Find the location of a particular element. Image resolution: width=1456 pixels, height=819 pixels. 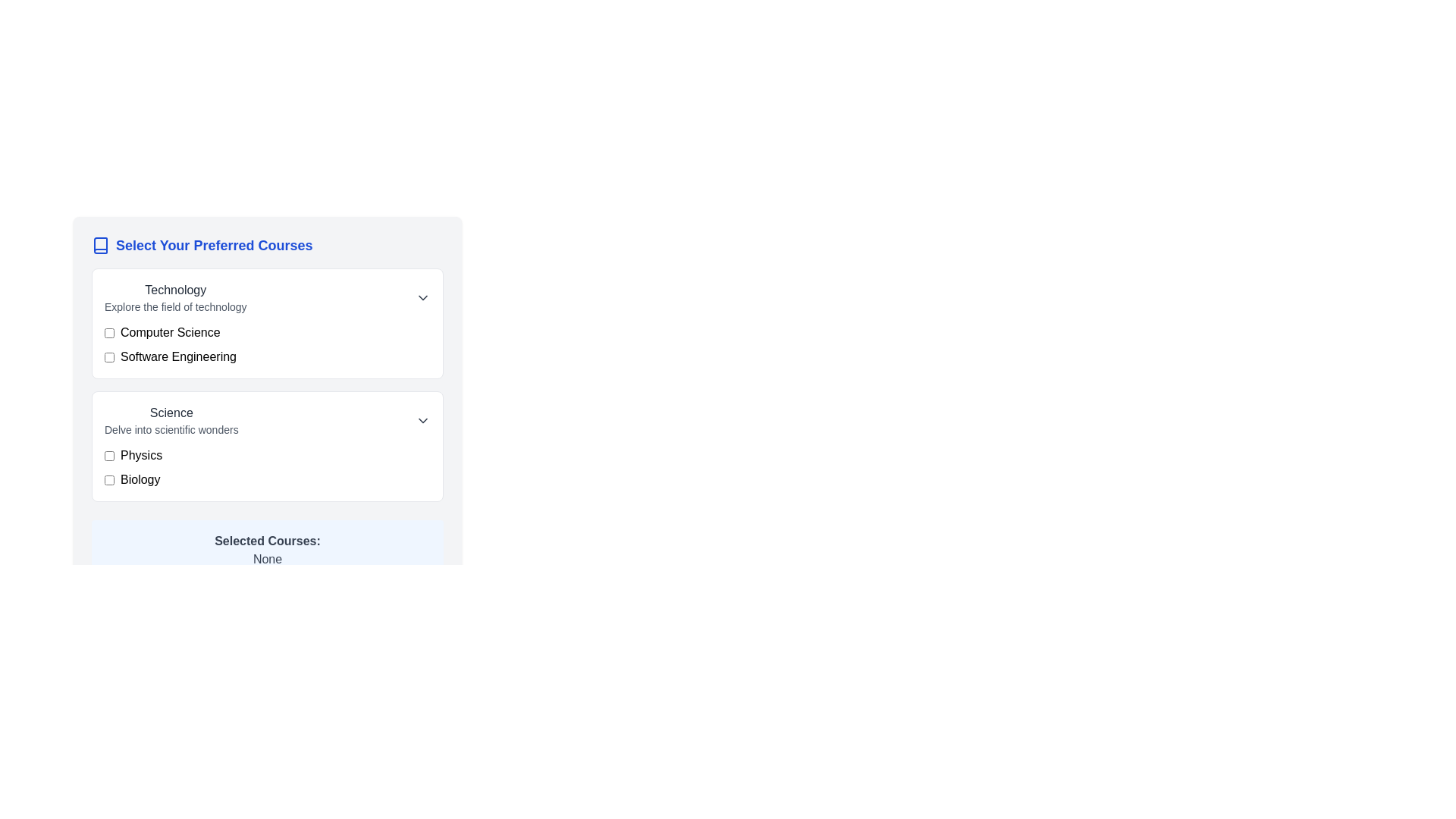

the checkbox labeled 'Biology' within the 'Science' panel is located at coordinates (268, 467).